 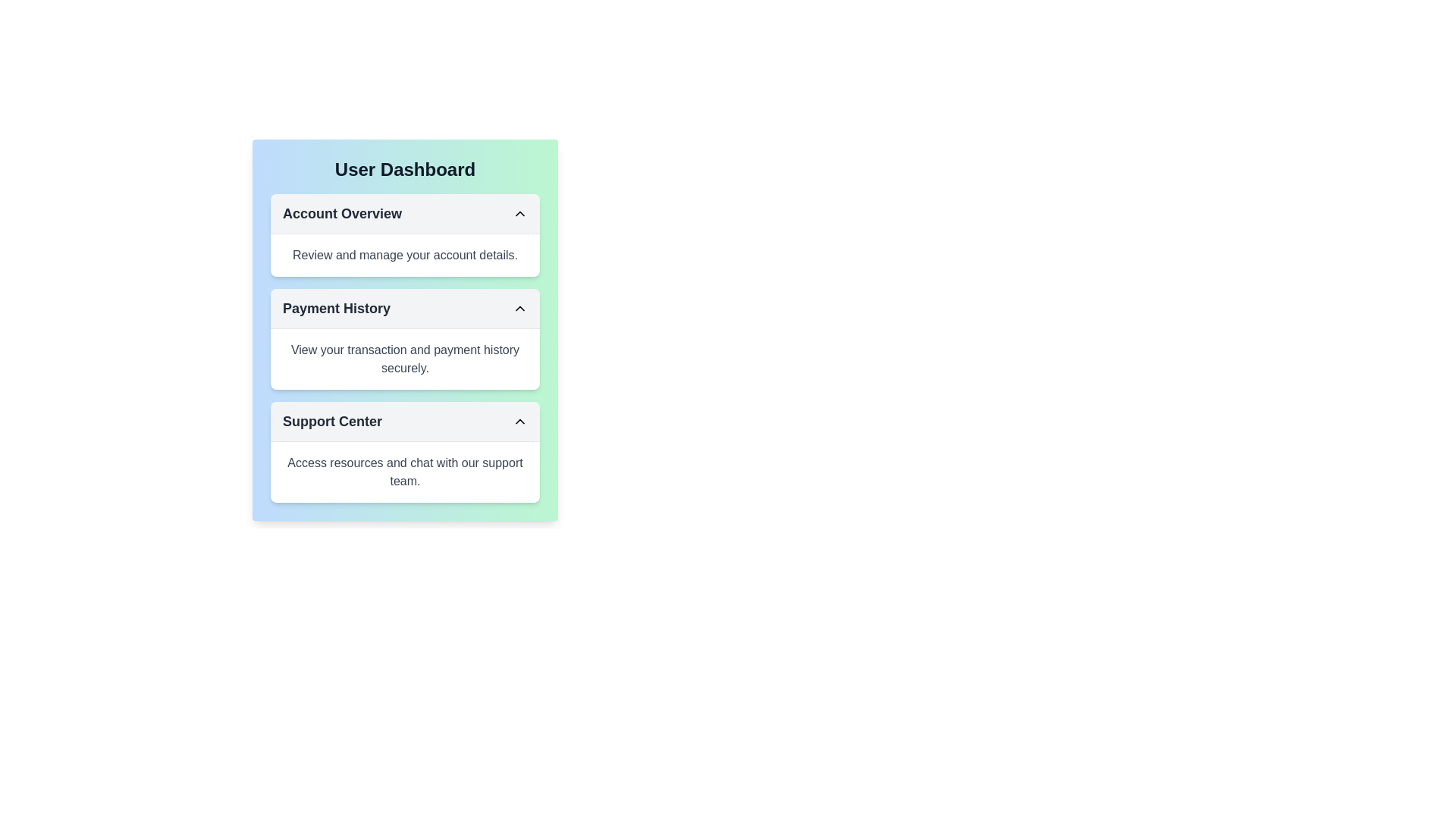 What do you see at coordinates (520, 421) in the screenshot?
I see `the Chevron Up icon located at the far right of the 'Support Center' section` at bounding box center [520, 421].